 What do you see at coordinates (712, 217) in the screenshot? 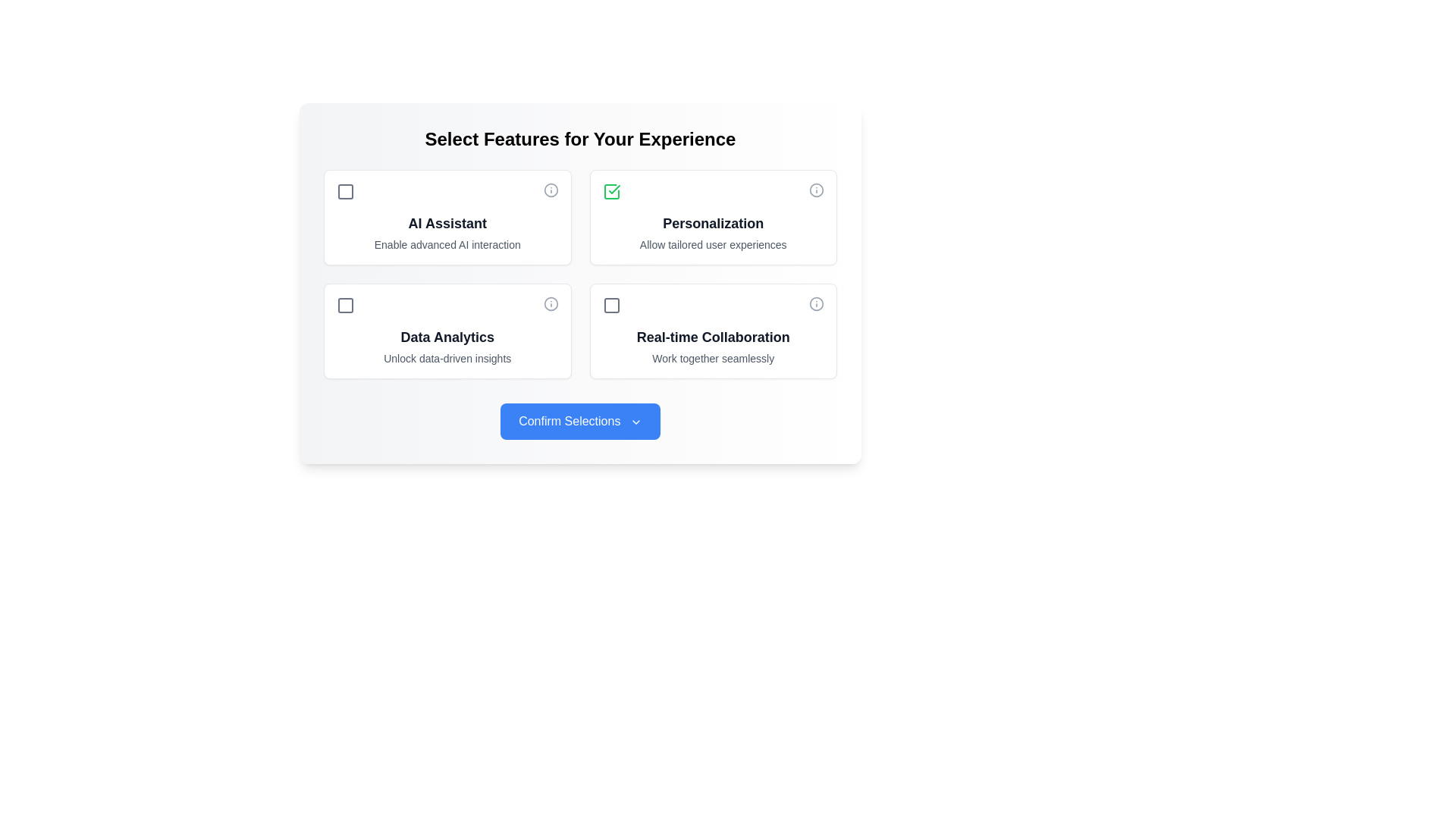
I see `the checkbox on the 'Personalization' feature selection card located in the top-right slot of the grid` at bounding box center [712, 217].